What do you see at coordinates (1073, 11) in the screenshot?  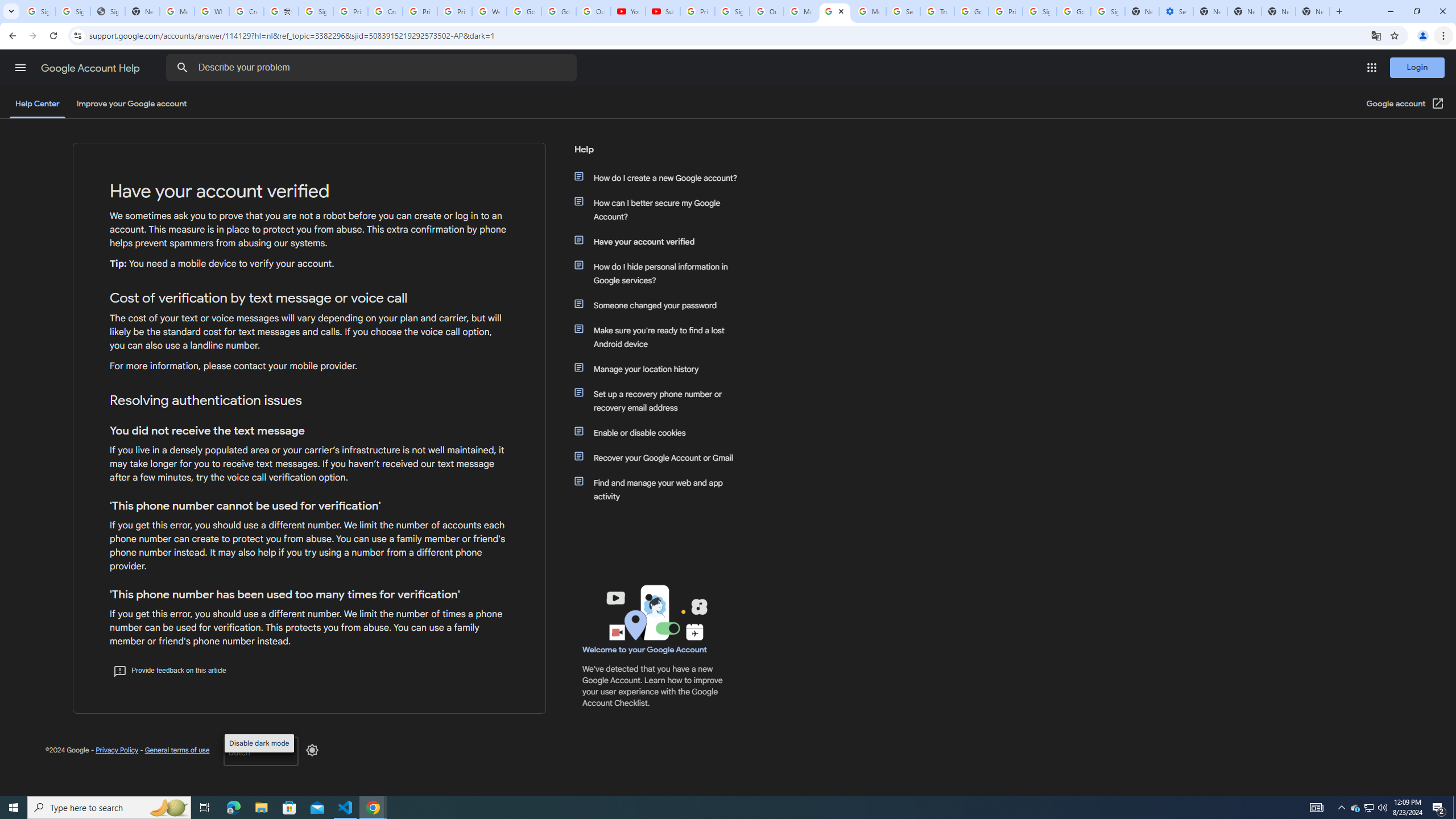 I see `'Google Cybersecurity Innovations - Google Safety Center'` at bounding box center [1073, 11].